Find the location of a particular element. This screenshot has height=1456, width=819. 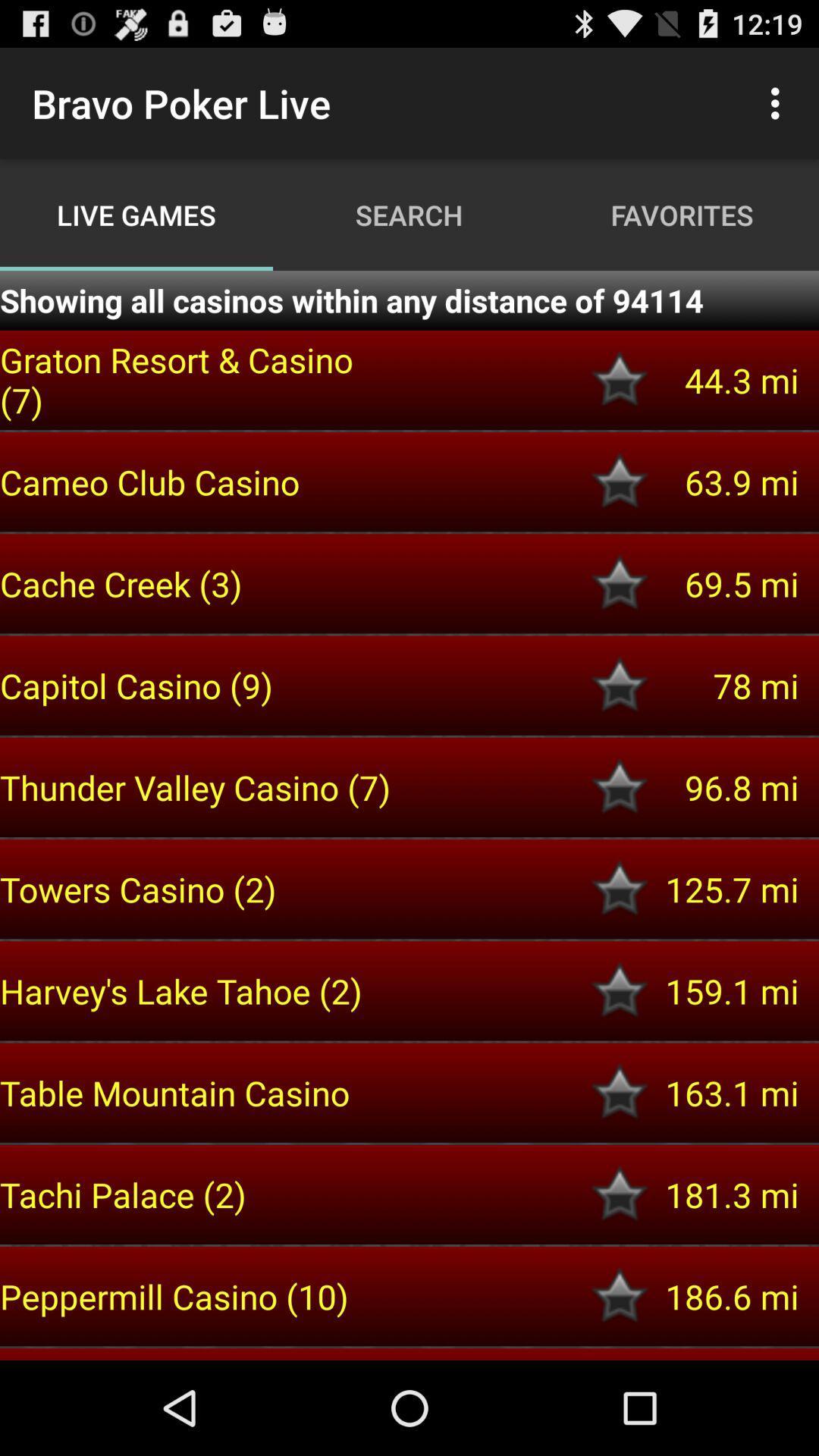

like option is located at coordinates (620, 787).